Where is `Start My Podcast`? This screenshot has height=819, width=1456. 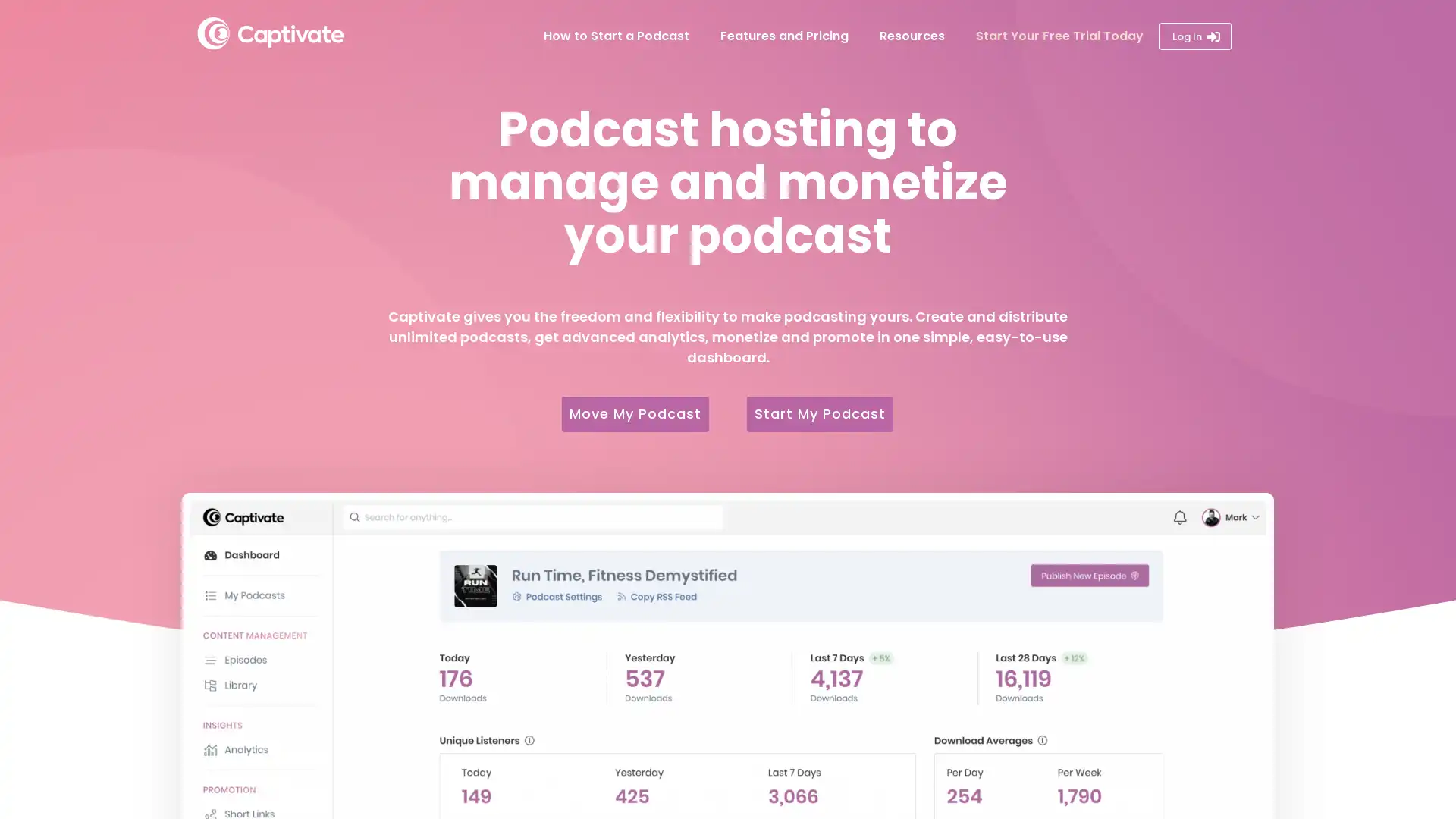 Start My Podcast is located at coordinates (825, 413).